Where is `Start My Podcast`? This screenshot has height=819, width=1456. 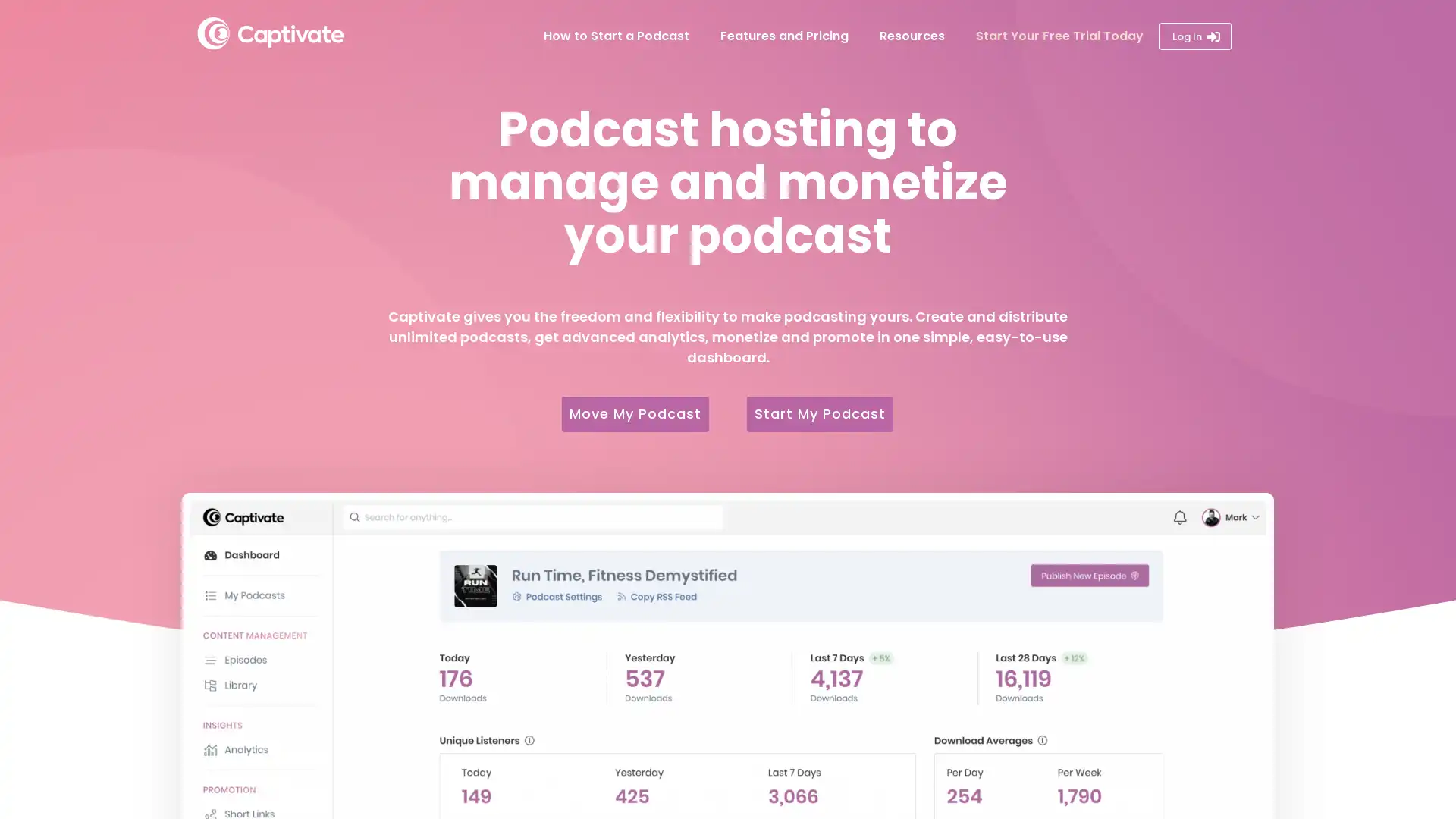 Start My Podcast is located at coordinates (825, 413).